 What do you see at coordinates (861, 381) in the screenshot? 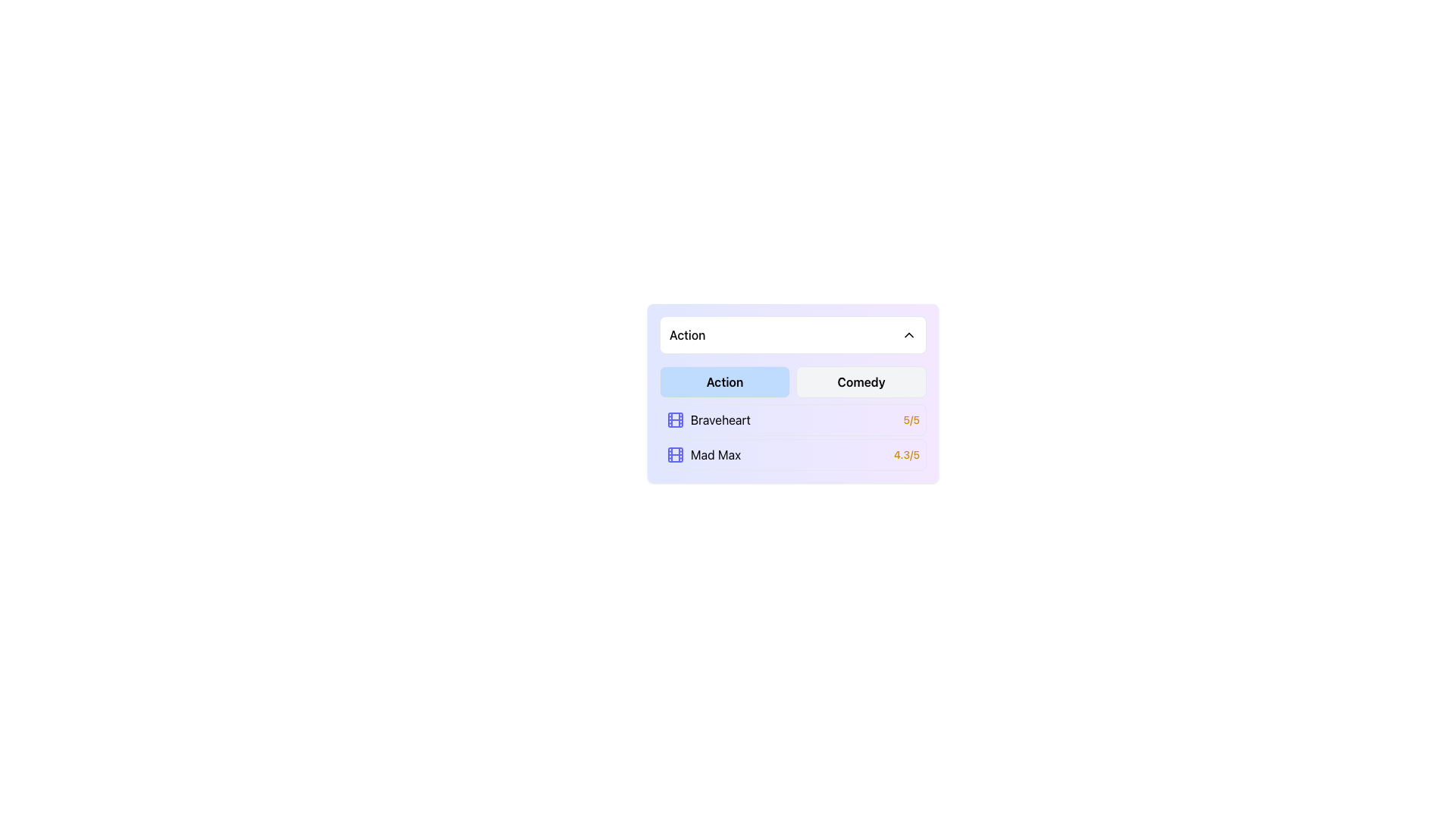
I see `the button labeled 'Comedy' which is the second button in a horizontal list under the 'Action' dropdown` at bounding box center [861, 381].